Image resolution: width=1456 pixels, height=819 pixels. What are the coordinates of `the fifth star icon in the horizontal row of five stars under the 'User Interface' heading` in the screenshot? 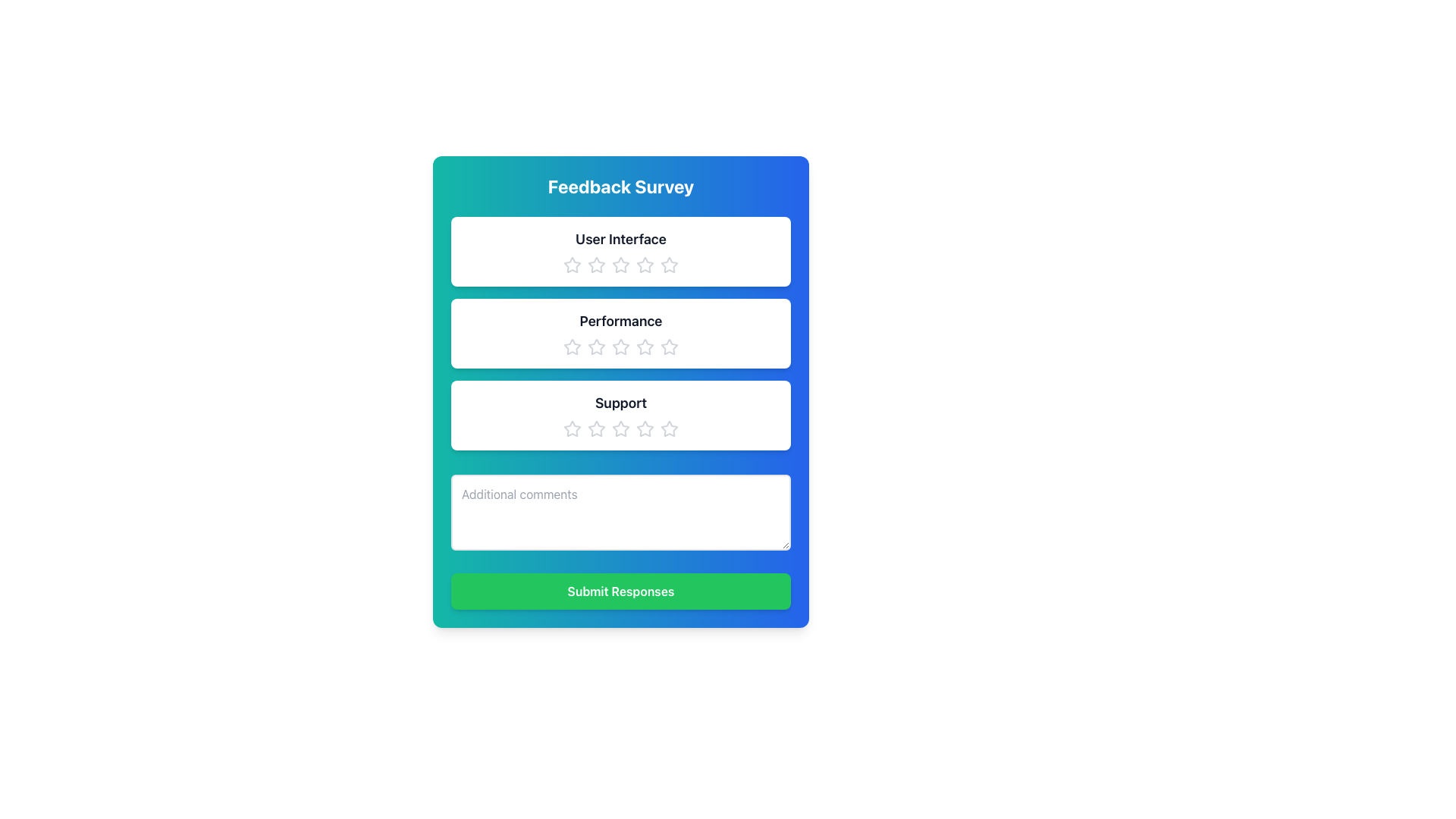 It's located at (669, 265).